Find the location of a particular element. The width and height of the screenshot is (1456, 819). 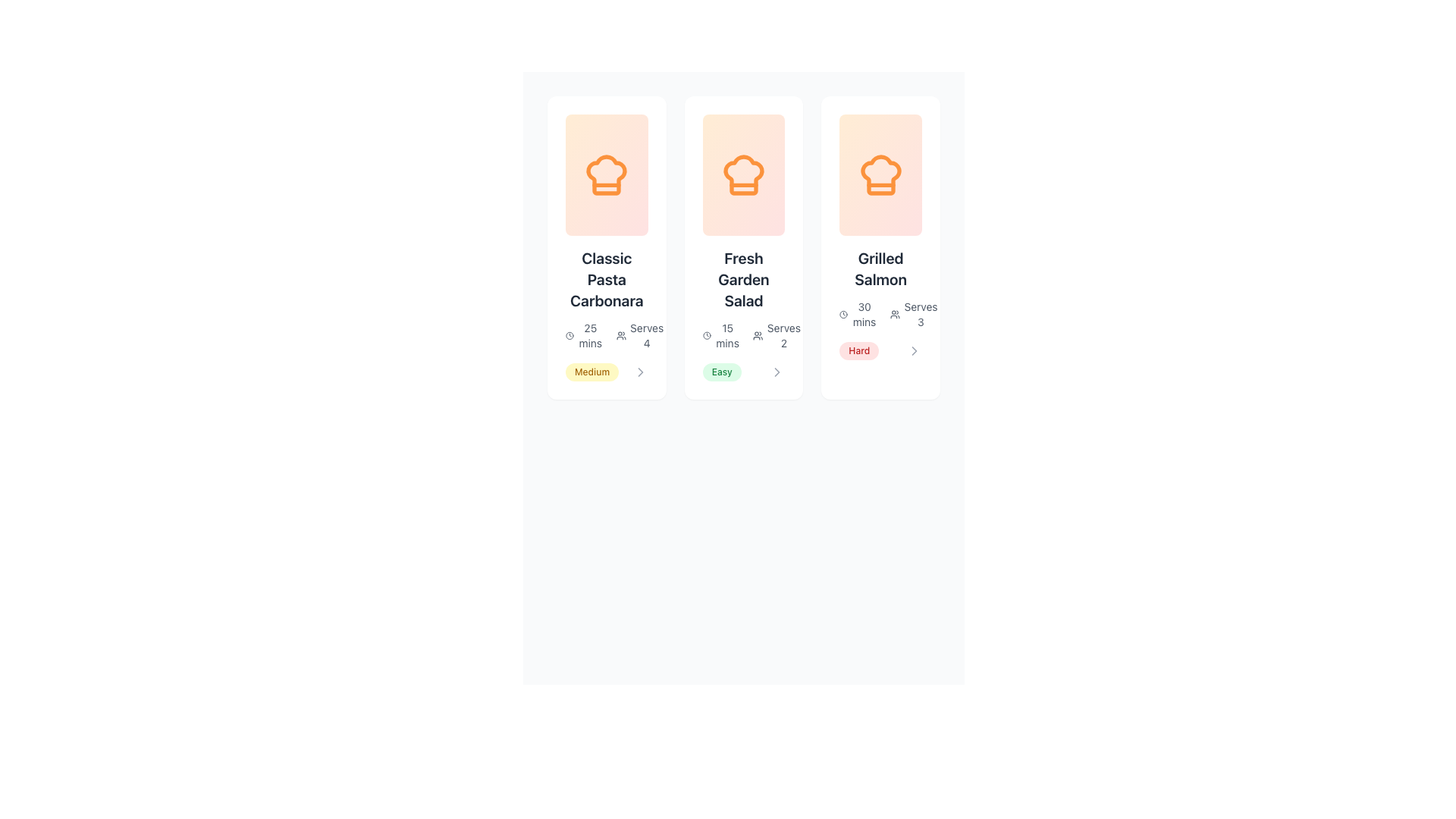

the icon indicating the number of servings for the recipe located in the middle card displaying 'Fresh Garden Salad', positioned to the left of the text 'Serves 2' is located at coordinates (758, 335).